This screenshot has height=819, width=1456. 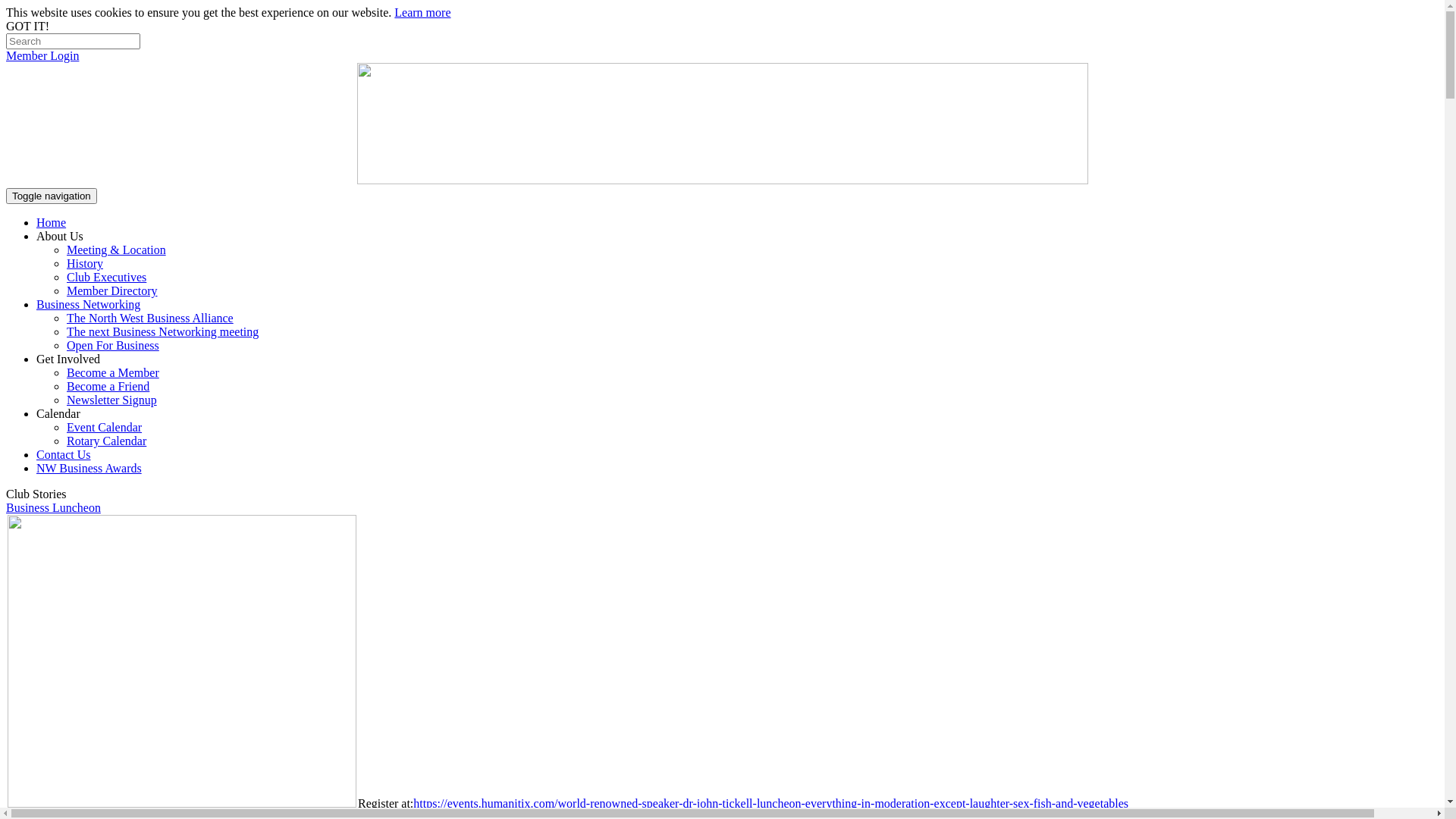 What do you see at coordinates (27, 26) in the screenshot?
I see `'GOT IT!'` at bounding box center [27, 26].